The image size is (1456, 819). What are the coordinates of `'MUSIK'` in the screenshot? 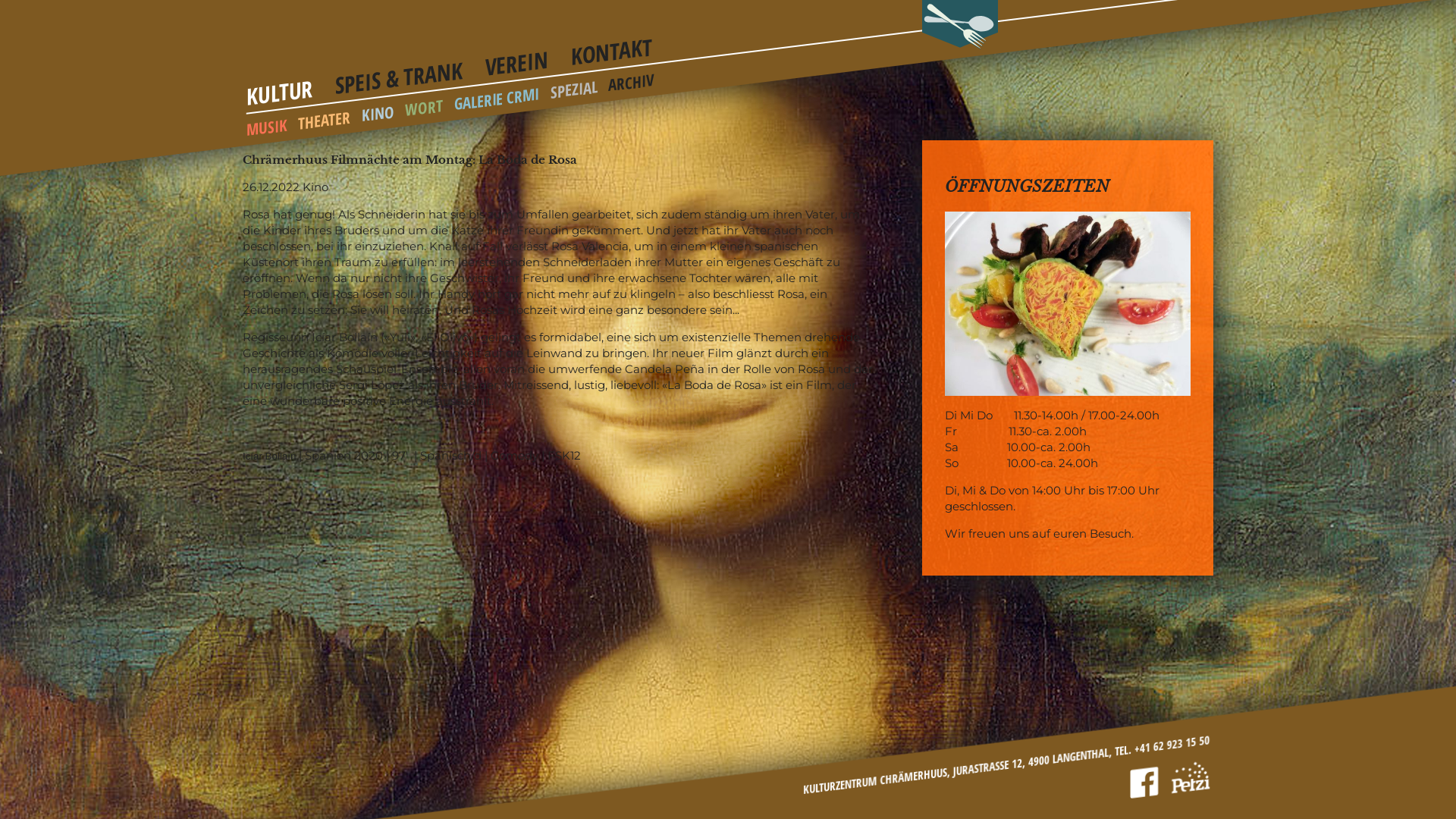 It's located at (266, 124).